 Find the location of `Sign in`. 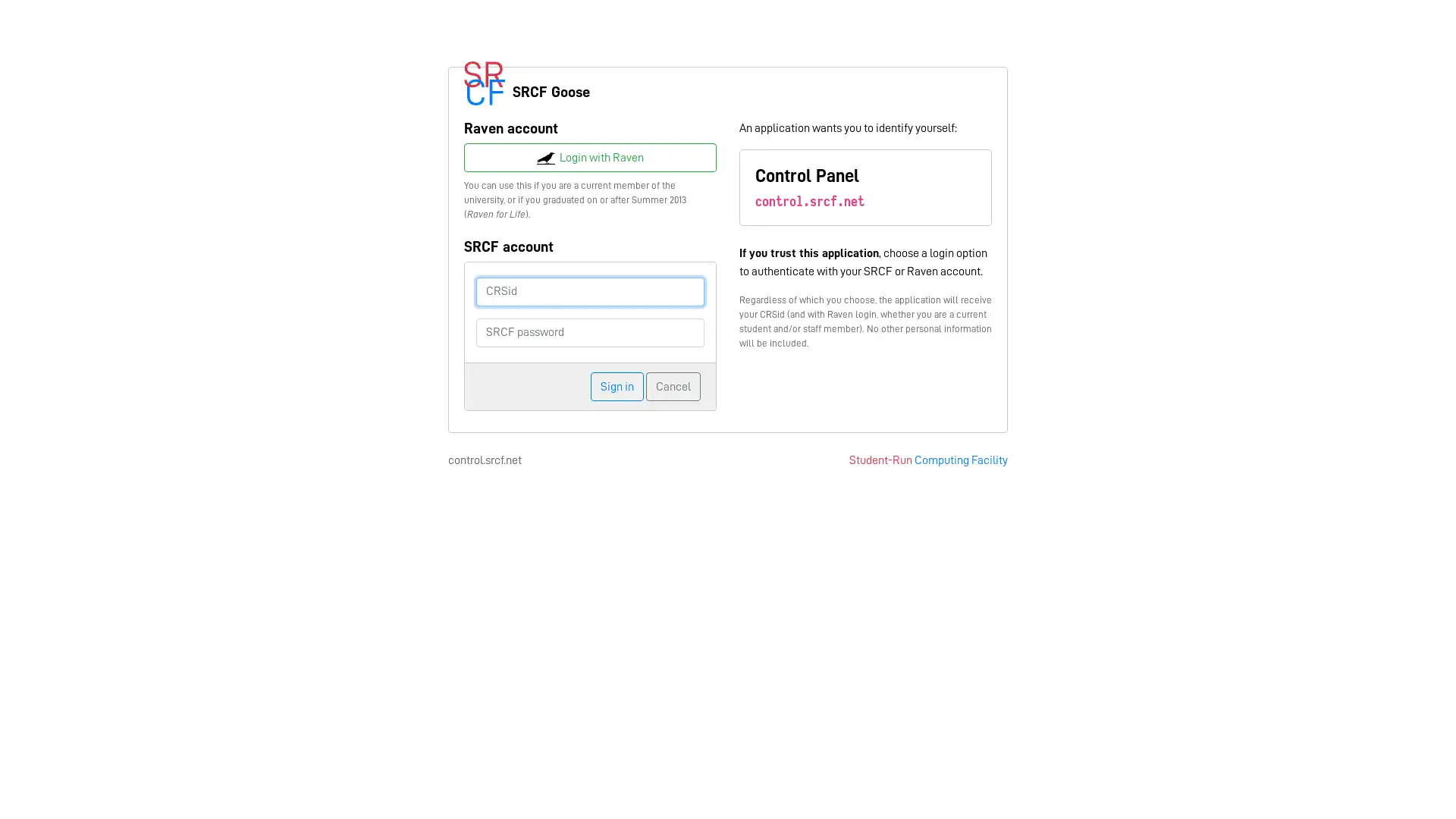

Sign in is located at coordinates (617, 385).